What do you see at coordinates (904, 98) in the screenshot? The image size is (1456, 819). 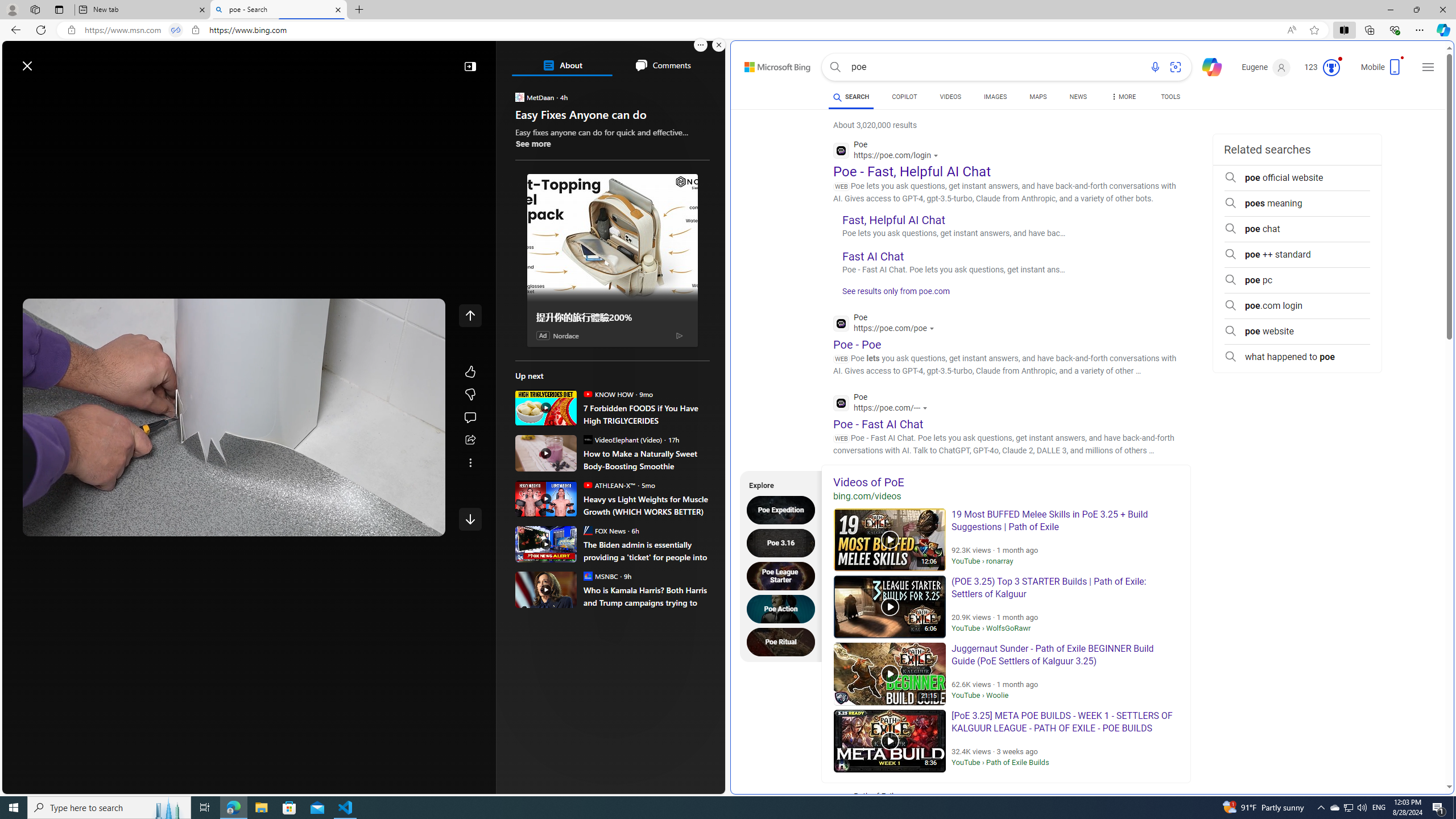 I see `'COPILOT'` at bounding box center [904, 98].